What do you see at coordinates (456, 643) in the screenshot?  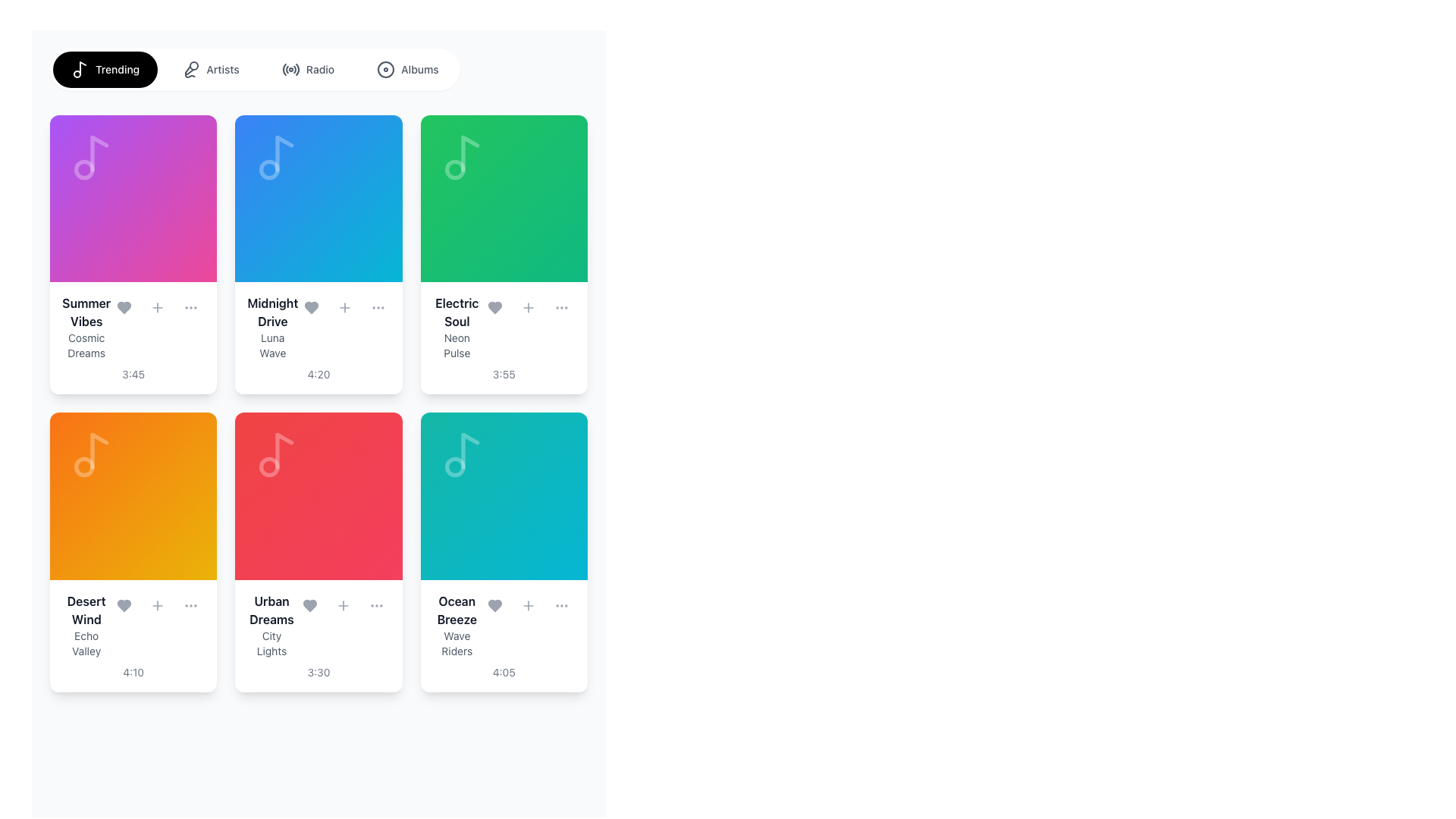 I see `the Static Text element displaying 'Wave Riders', which is located below 'Ocean Breeze' in a card with a teal background` at bounding box center [456, 643].